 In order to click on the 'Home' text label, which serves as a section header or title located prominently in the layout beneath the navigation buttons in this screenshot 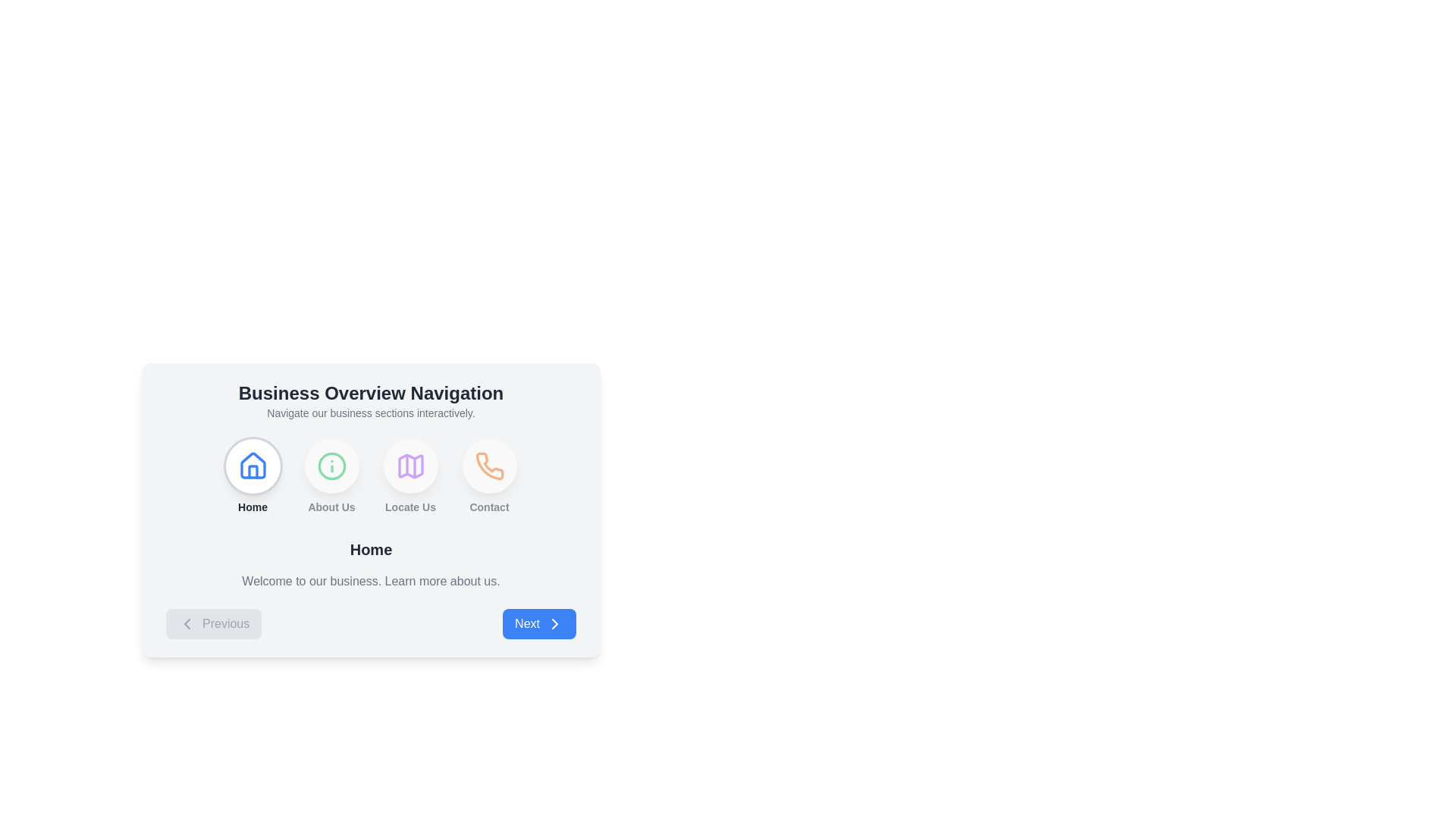, I will do `click(371, 550)`.